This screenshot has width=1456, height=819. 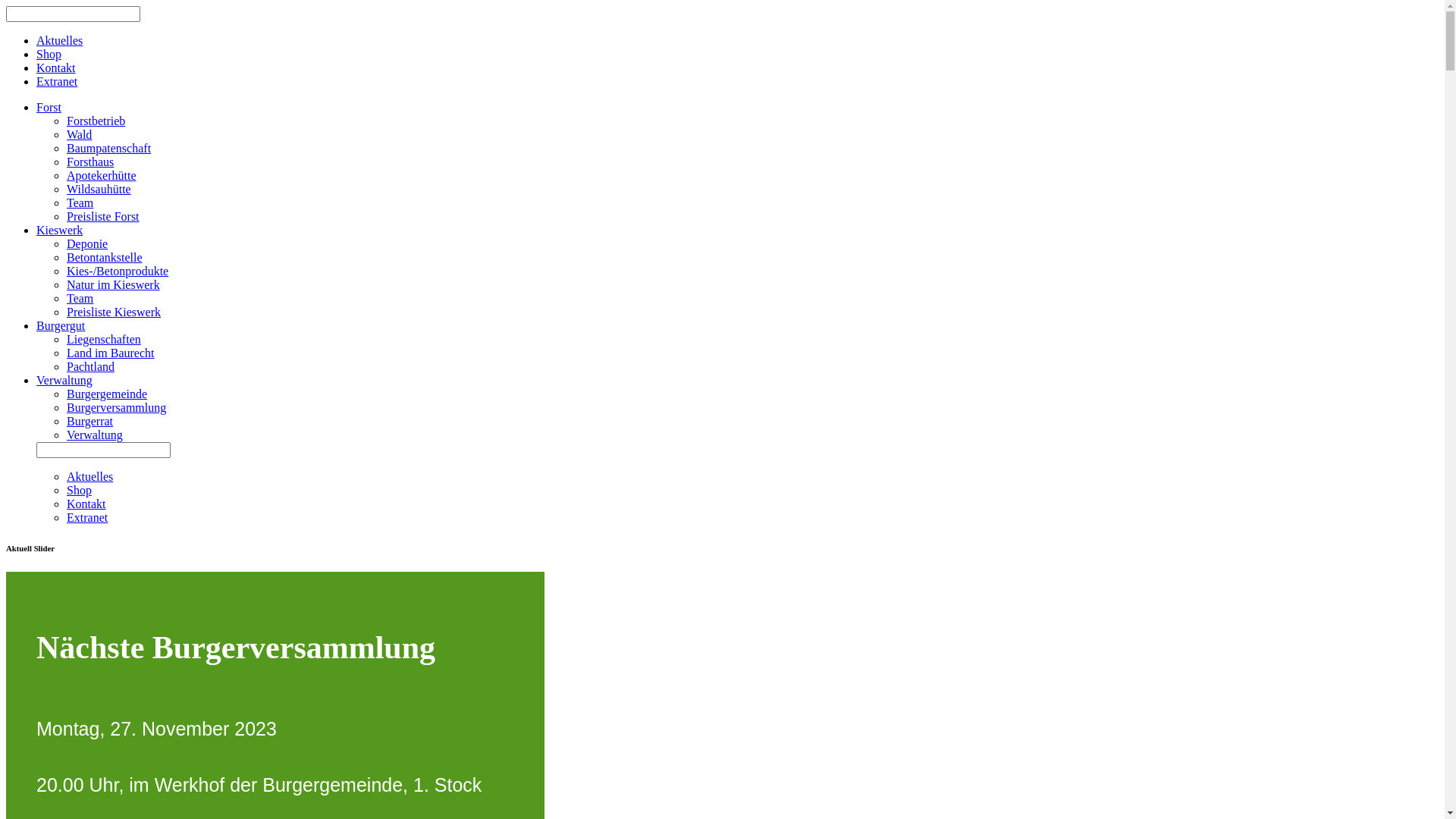 What do you see at coordinates (36, 106) in the screenshot?
I see `'Forst'` at bounding box center [36, 106].